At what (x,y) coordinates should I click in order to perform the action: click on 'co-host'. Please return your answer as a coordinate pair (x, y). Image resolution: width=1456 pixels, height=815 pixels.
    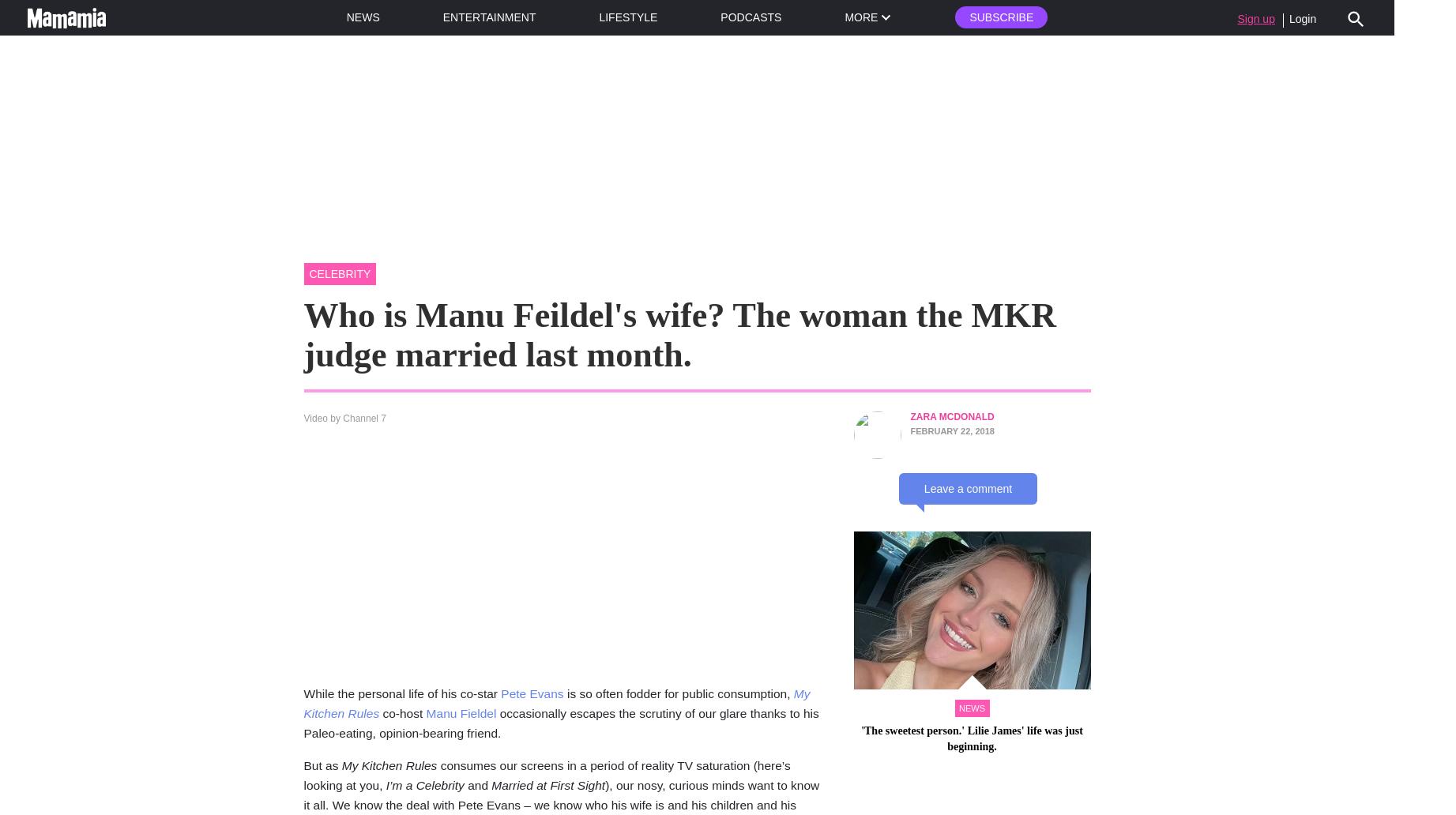
    Looking at the image, I should click on (402, 713).